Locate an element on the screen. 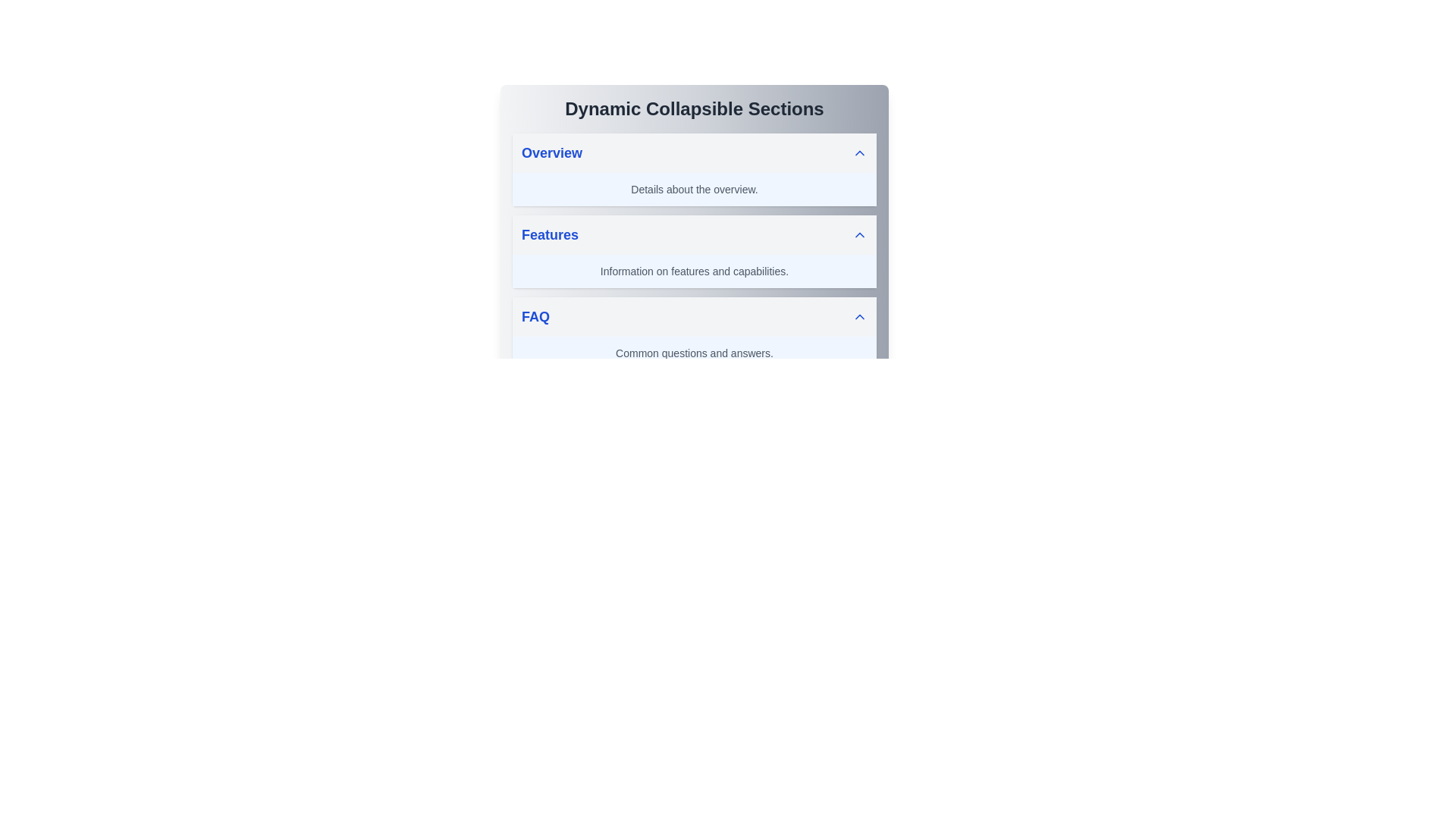 The width and height of the screenshot is (1456, 819). text content displayed in the rectangular section beneath the 'Features' header, which contains the information 'Information on features and capabilities.' is located at coordinates (694, 271).